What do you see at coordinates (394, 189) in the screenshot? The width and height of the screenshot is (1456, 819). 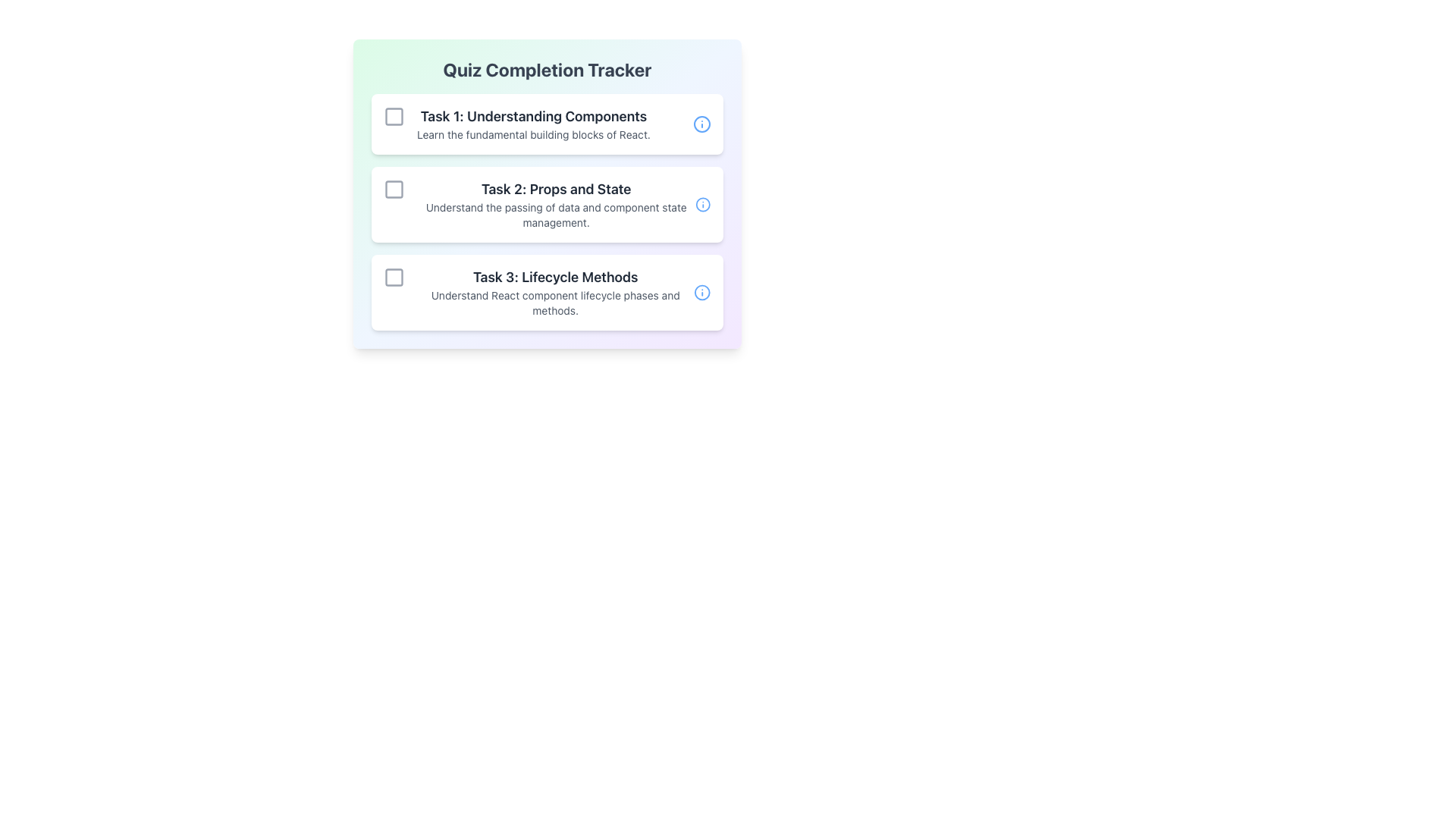 I see `the interactive checkbox for 'Task 2: Props and State'` at bounding box center [394, 189].